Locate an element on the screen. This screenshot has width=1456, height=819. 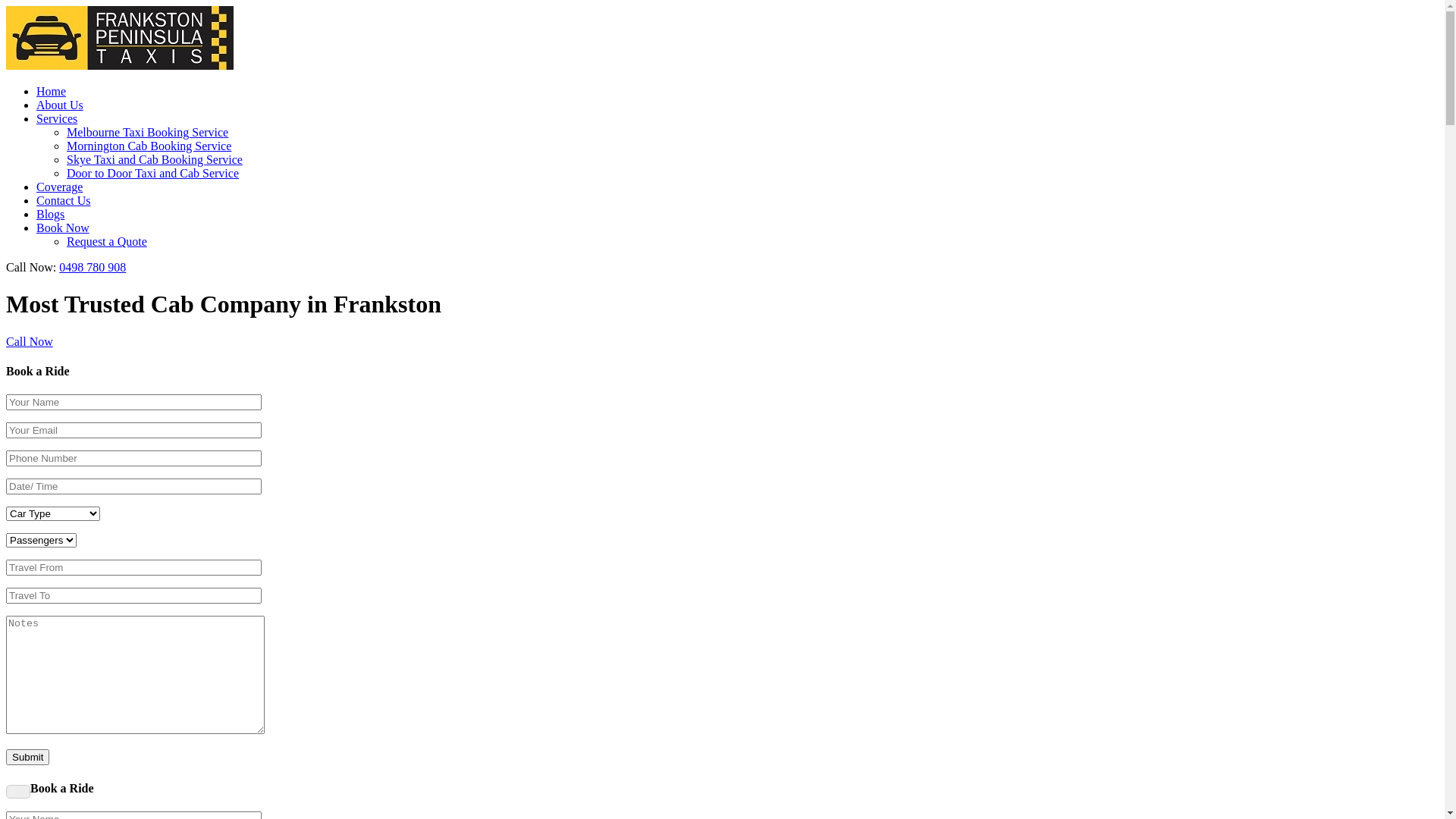
'Book Now' is located at coordinates (61, 227).